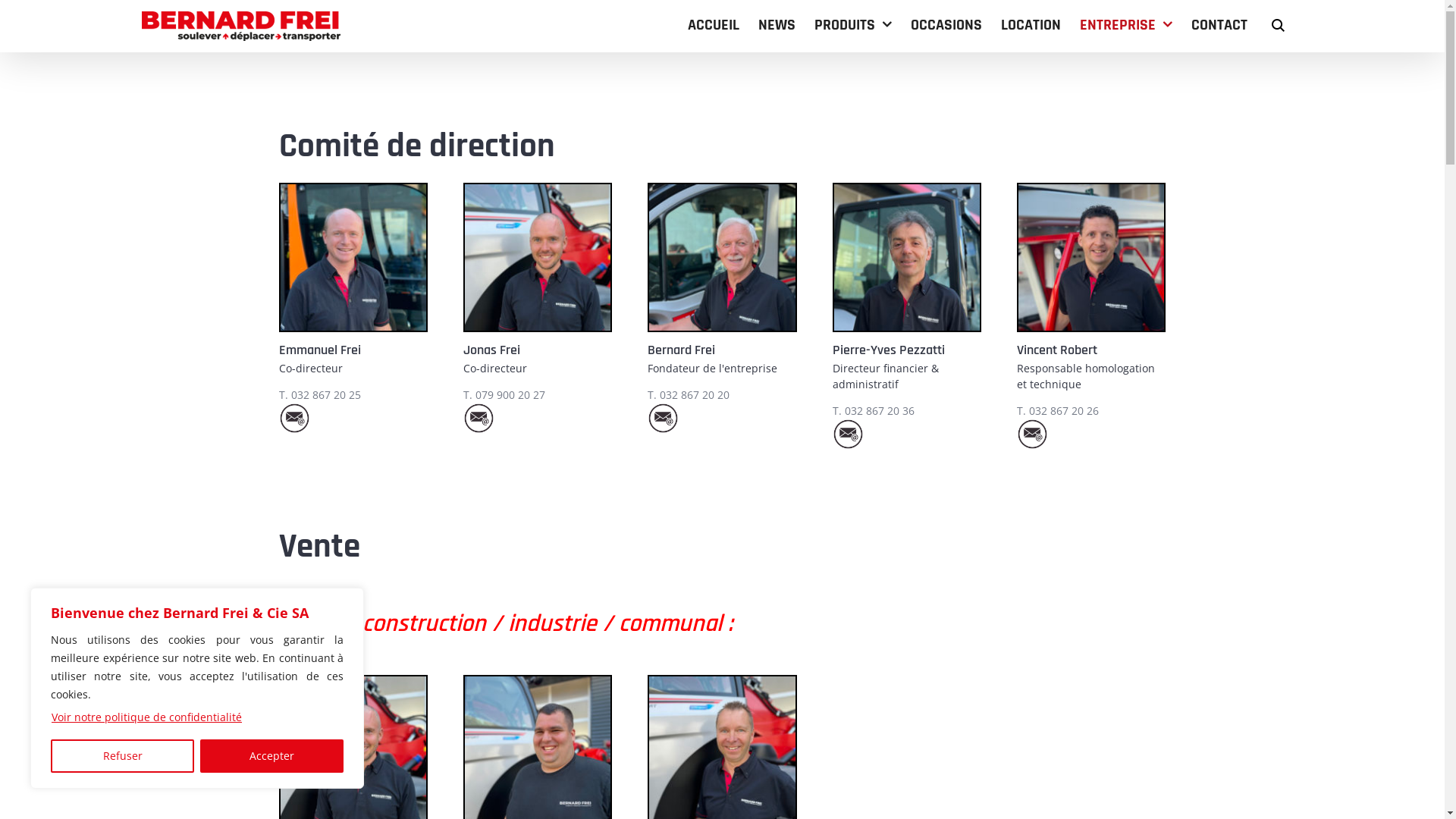 The image size is (1456, 819). What do you see at coordinates (814, 24) in the screenshot?
I see `'PRODUITS'` at bounding box center [814, 24].